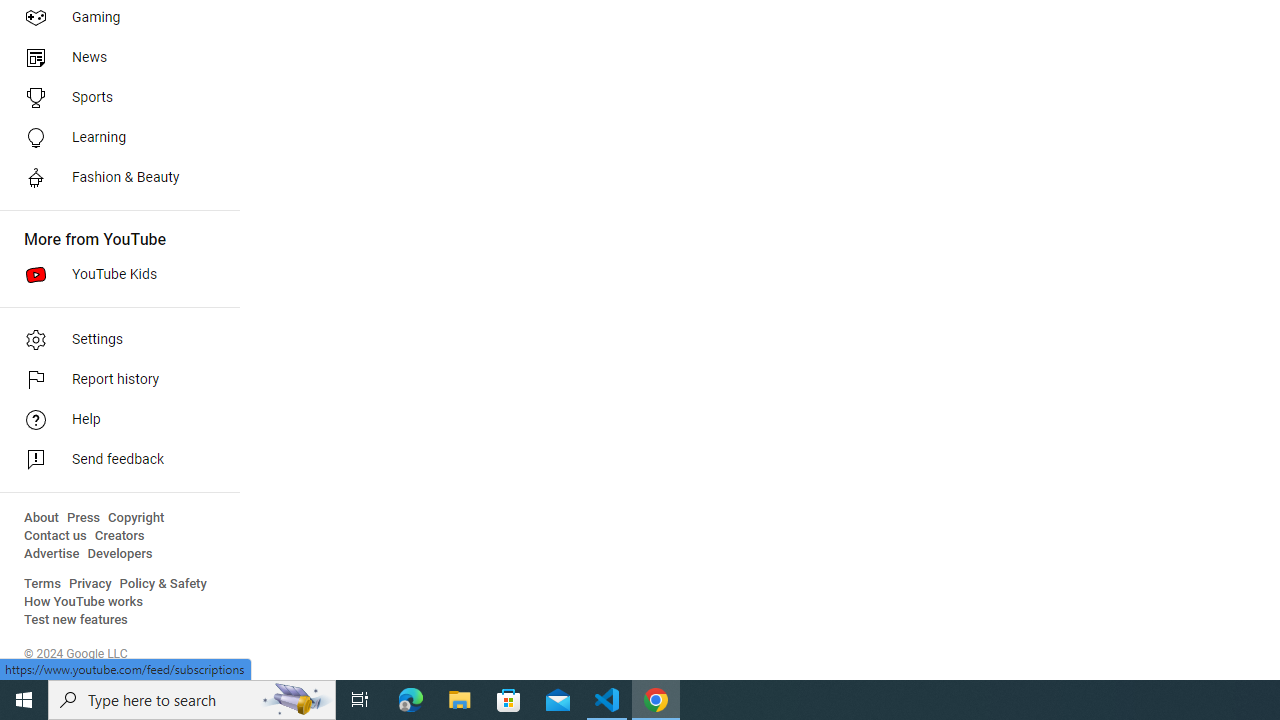  Describe the element at coordinates (163, 584) in the screenshot. I see `'Policy & Safety'` at that location.